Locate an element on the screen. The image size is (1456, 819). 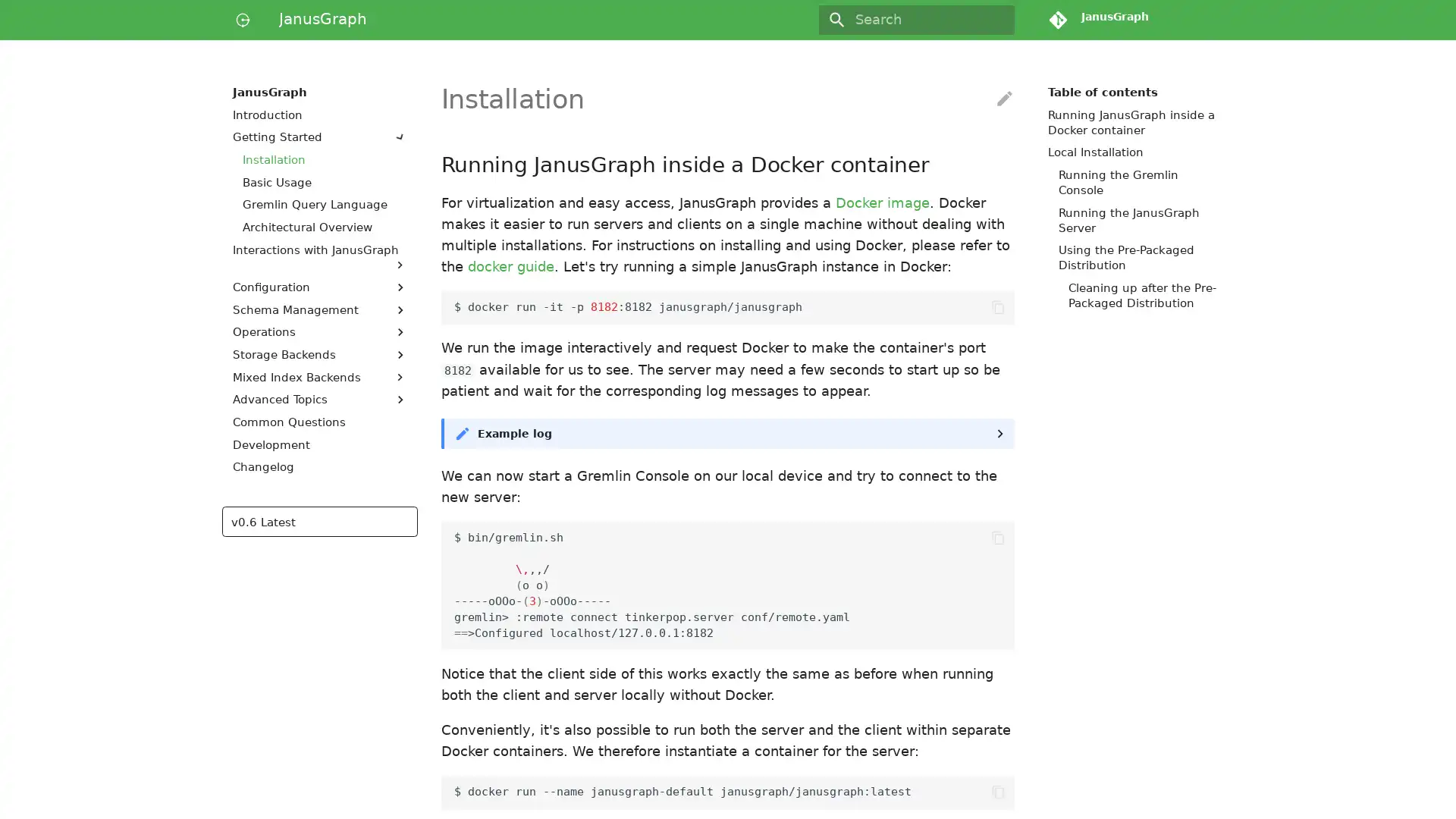
Copy to clipboard is located at coordinates (997, 307).